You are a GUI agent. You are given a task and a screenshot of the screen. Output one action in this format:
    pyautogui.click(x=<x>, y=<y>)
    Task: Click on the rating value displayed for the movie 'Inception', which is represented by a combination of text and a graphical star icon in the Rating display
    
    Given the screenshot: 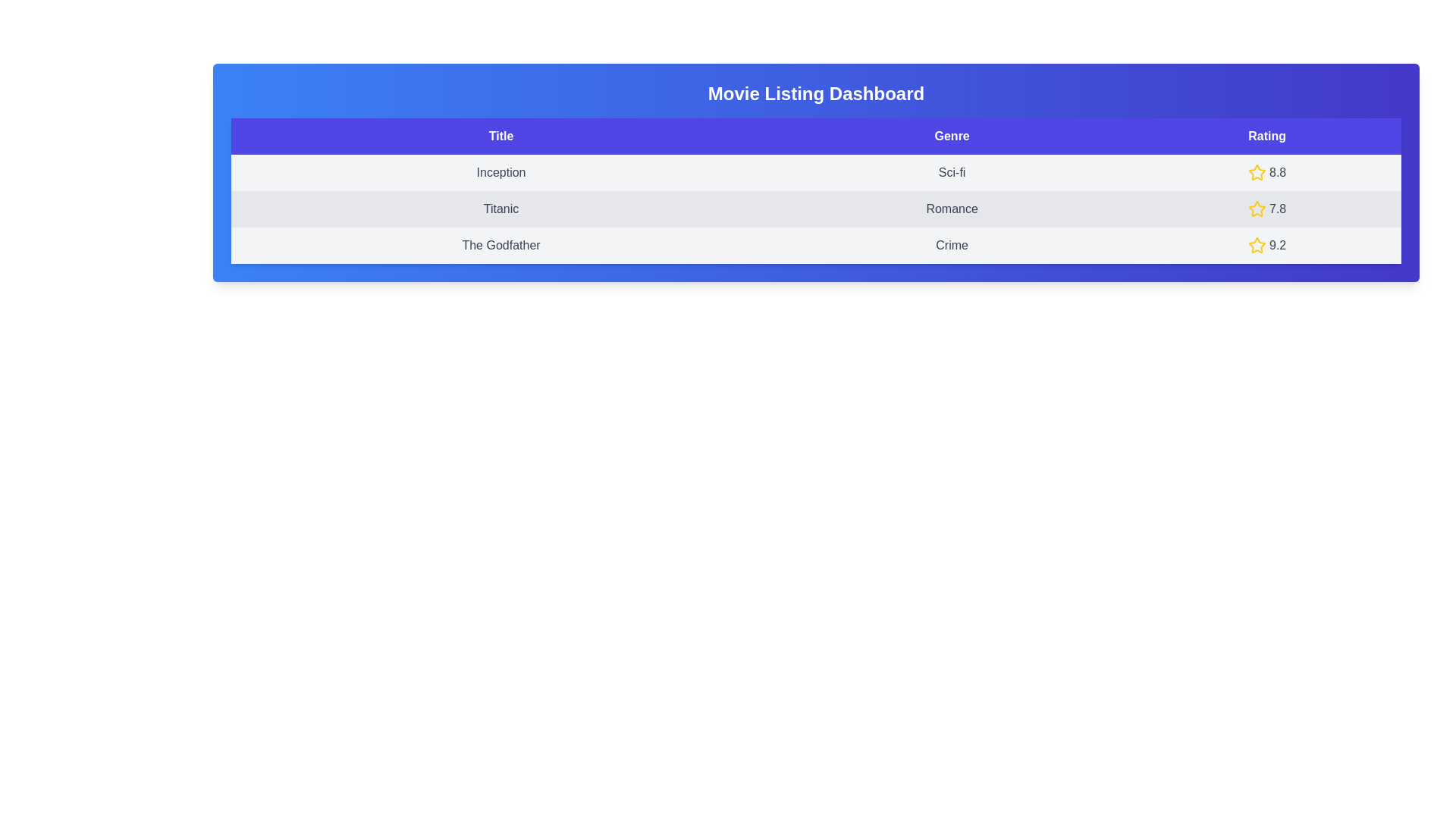 What is the action you would take?
    pyautogui.click(x=1267, y=171)
    